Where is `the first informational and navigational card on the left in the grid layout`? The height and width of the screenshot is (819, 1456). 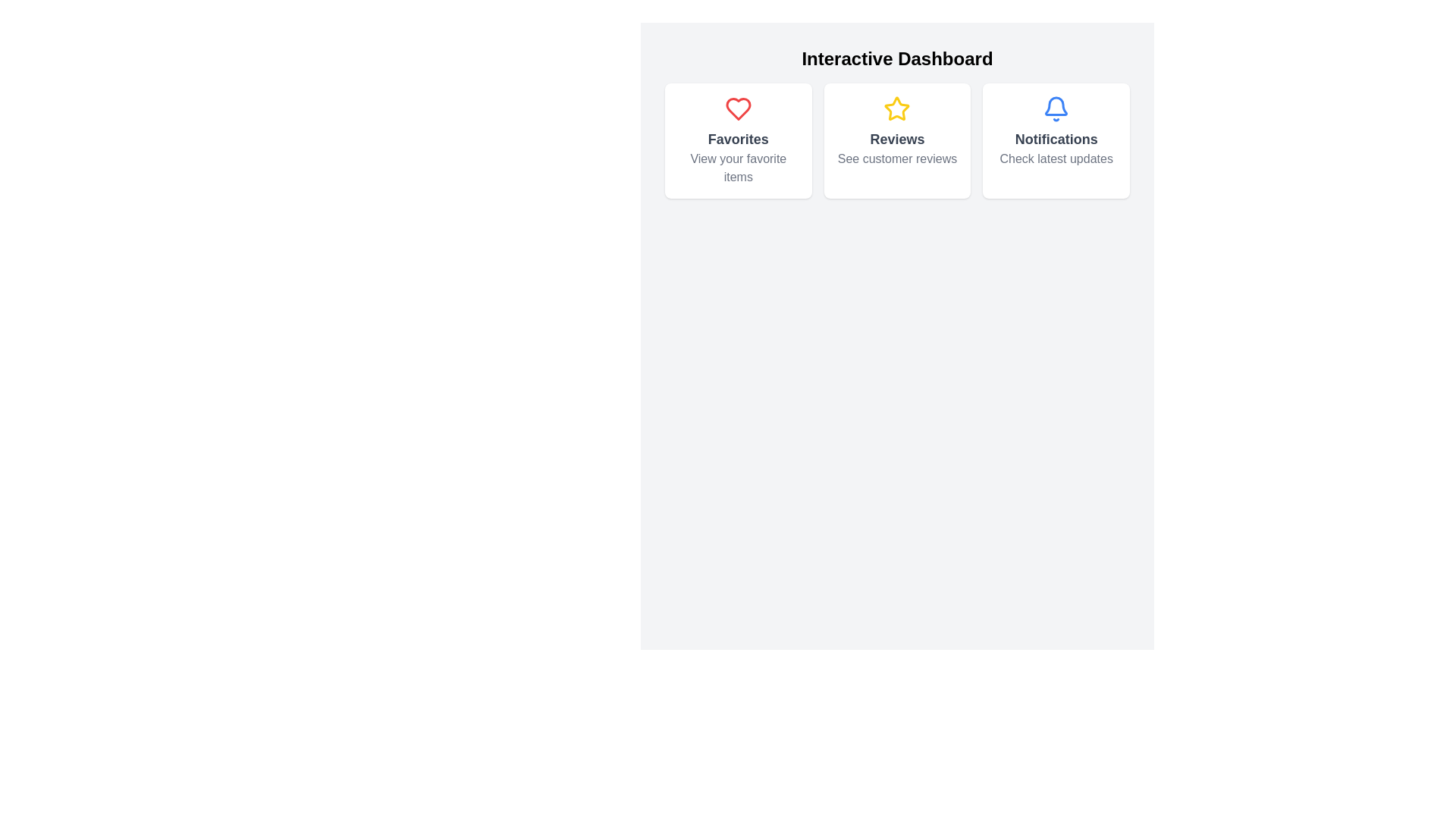 the first informational and navigational card on the left in the grid layout is located at coordinates (738, 140).